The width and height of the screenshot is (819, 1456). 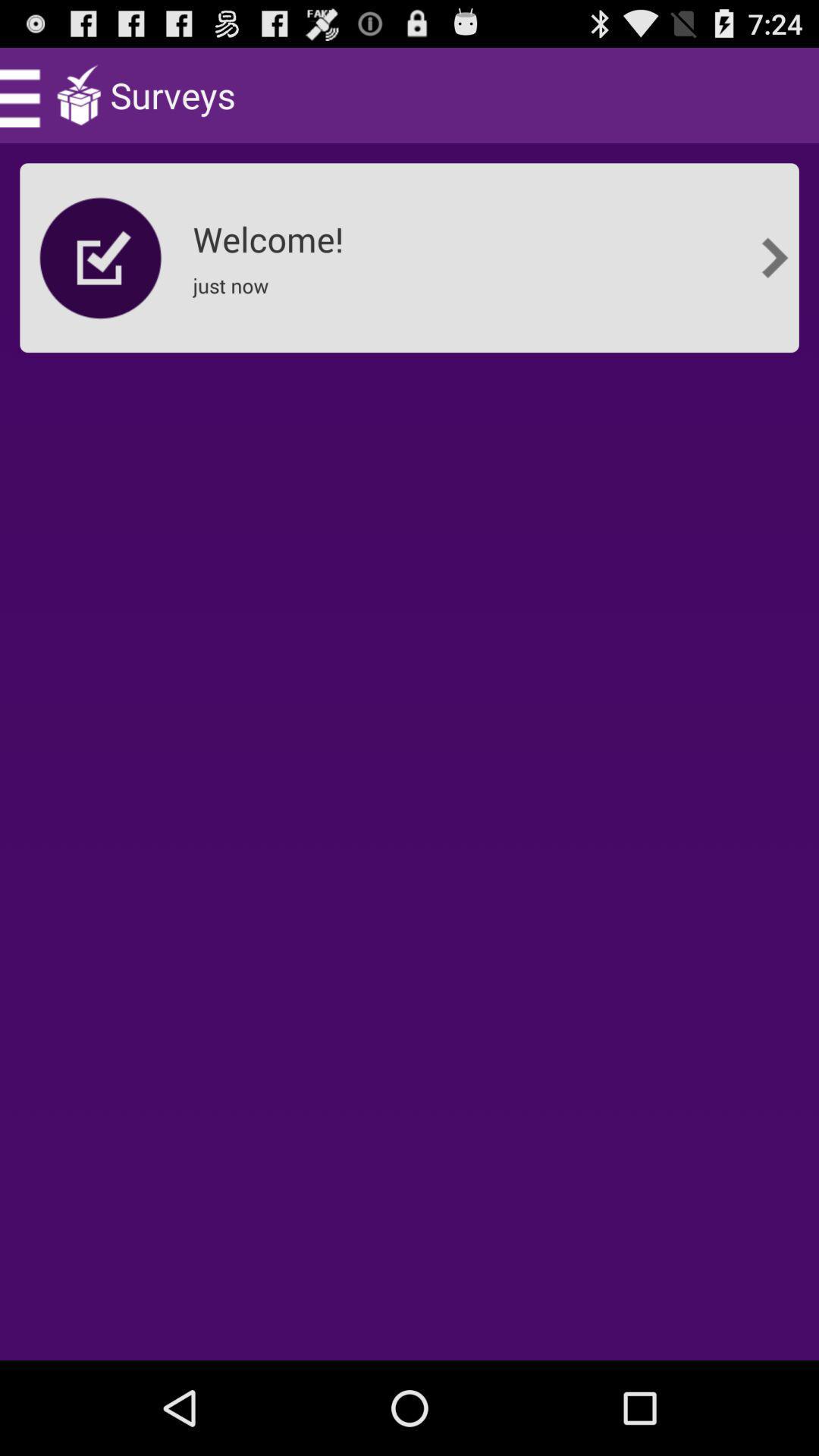 What do you see at coordinates (774, 258) in the screenshot?
I see `the icon to the right of the welcome!` at bounding box center [774, 258].